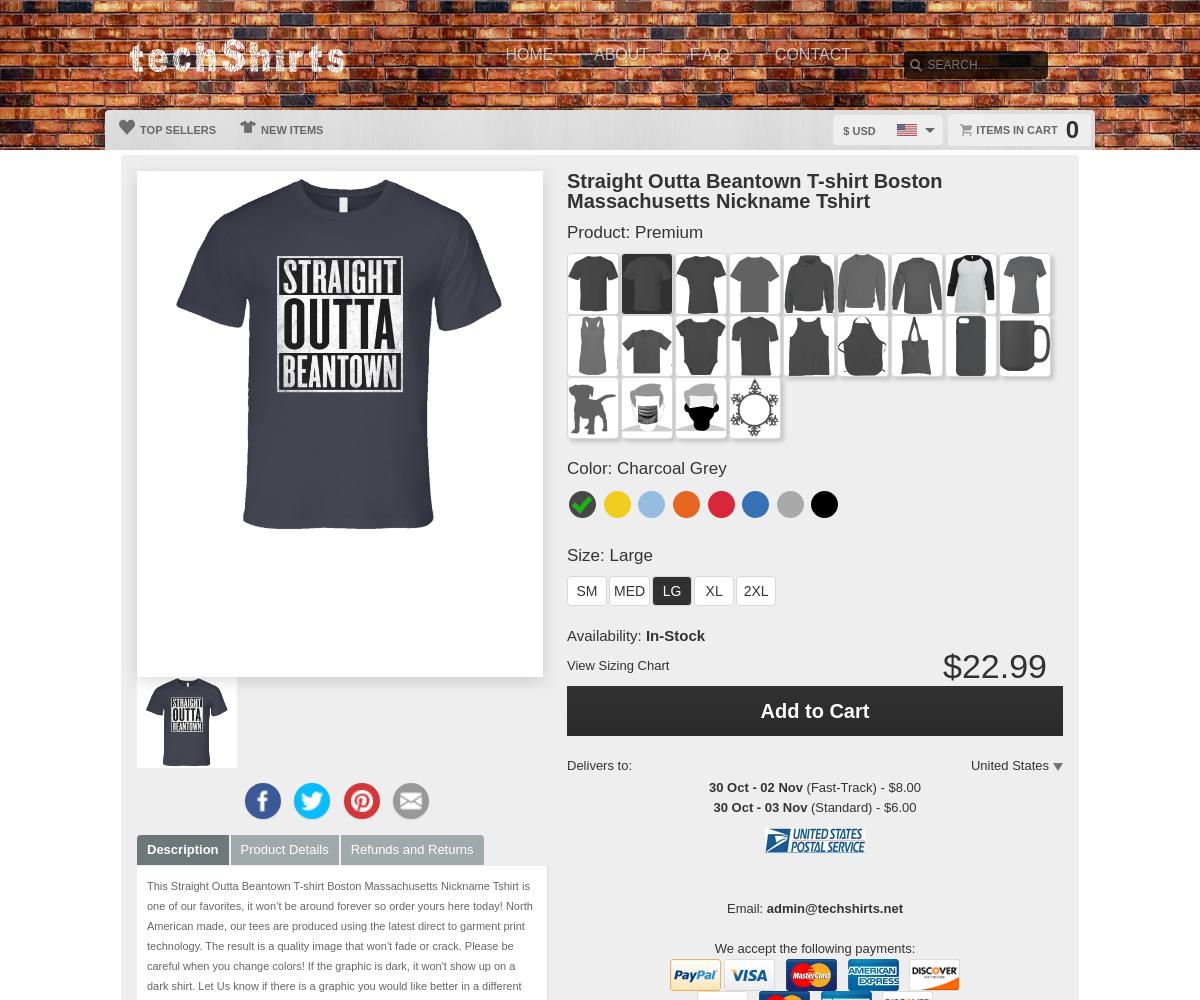  What do you see at coordinates (813, 947) in the screenshot?
I see `'We accept the following payments:'` at bounding box center [813, 947].